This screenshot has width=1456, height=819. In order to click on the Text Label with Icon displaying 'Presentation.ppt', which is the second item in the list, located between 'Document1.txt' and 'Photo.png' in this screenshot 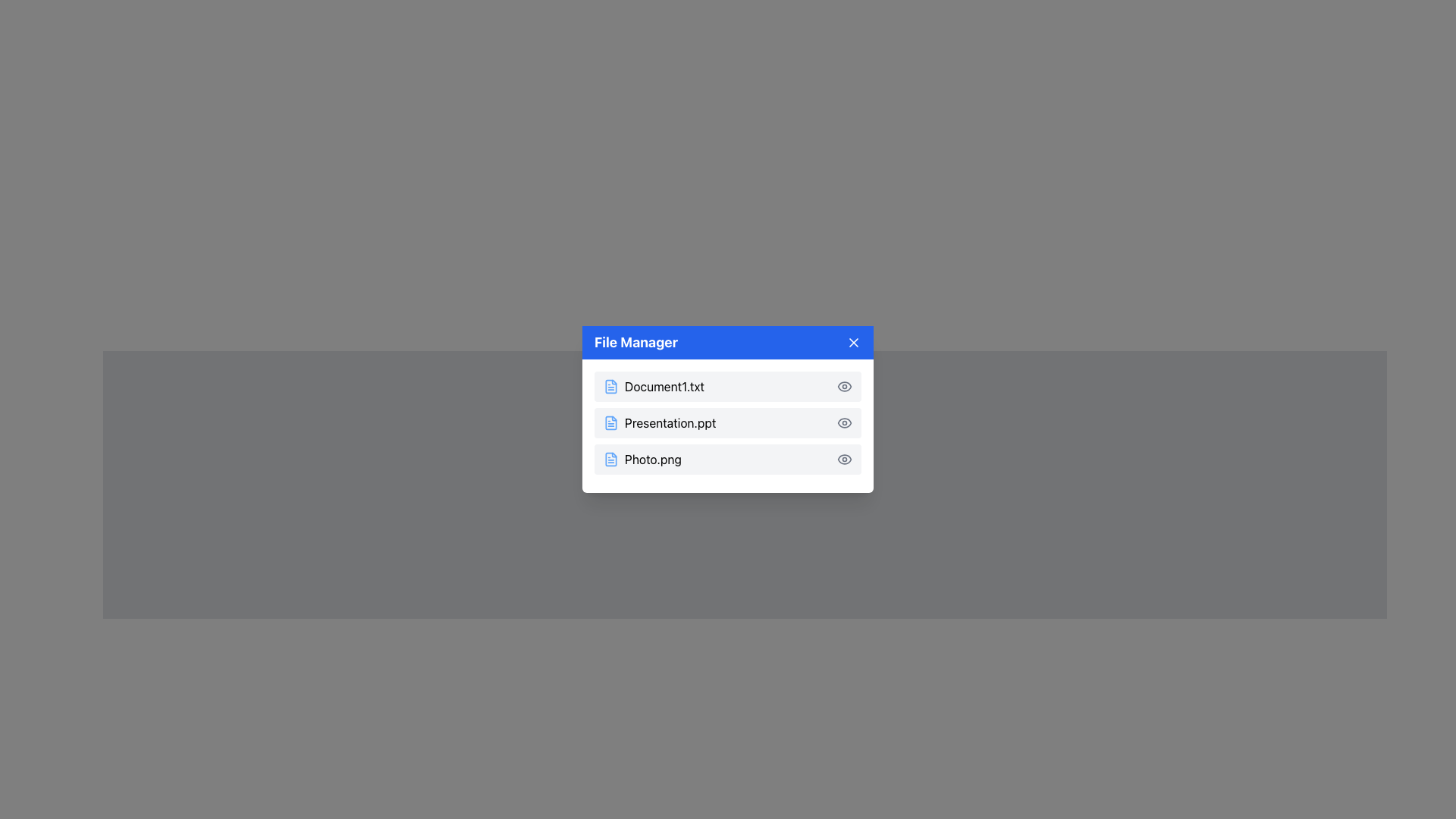, I will do `click(660, 423)`.